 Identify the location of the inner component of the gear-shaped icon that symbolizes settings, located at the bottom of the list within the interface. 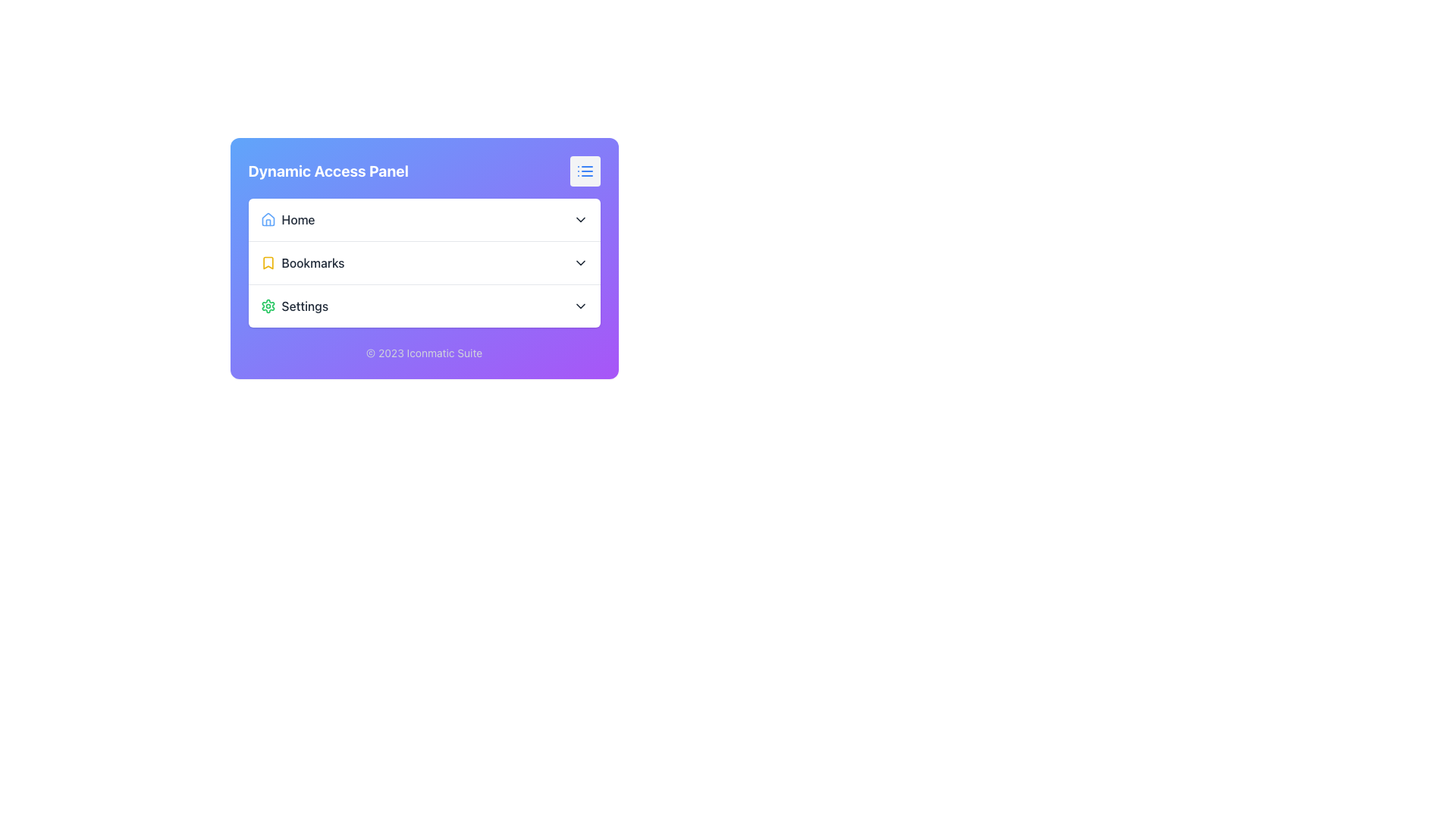
(268, 306).